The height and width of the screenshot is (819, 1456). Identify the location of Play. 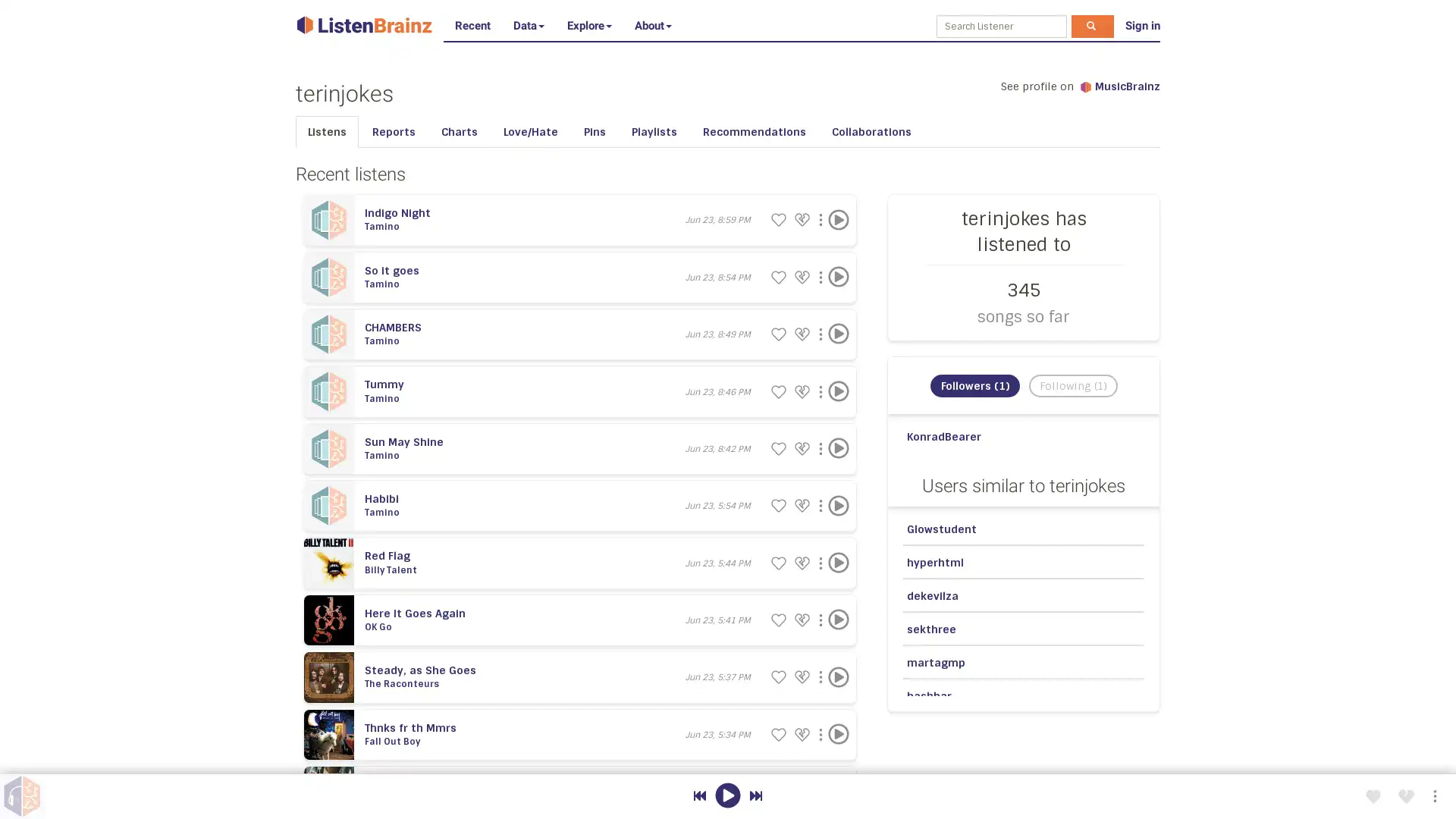
(837, 333).